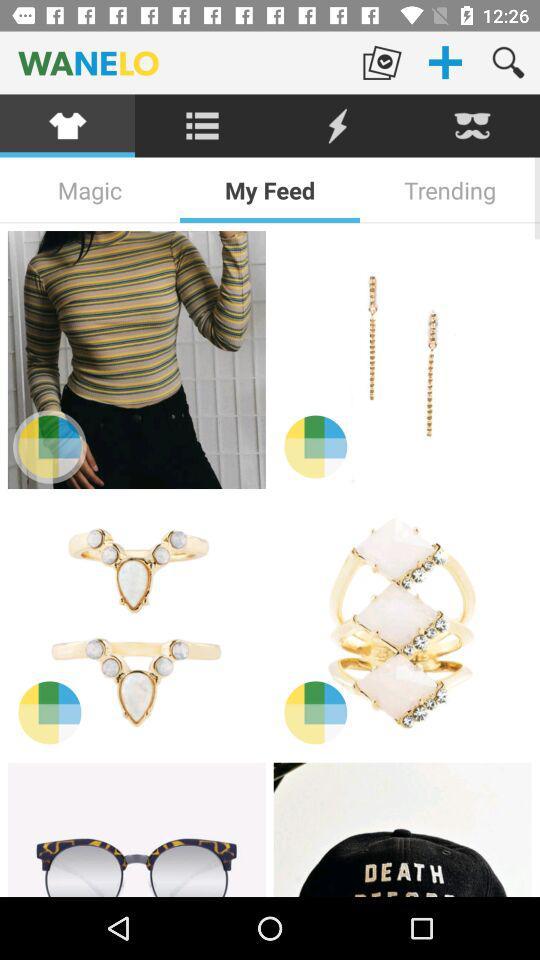  What do you see at coordinates (135, 360) in the screenshot?
I see `sweater` at bounding box center [135, 360].